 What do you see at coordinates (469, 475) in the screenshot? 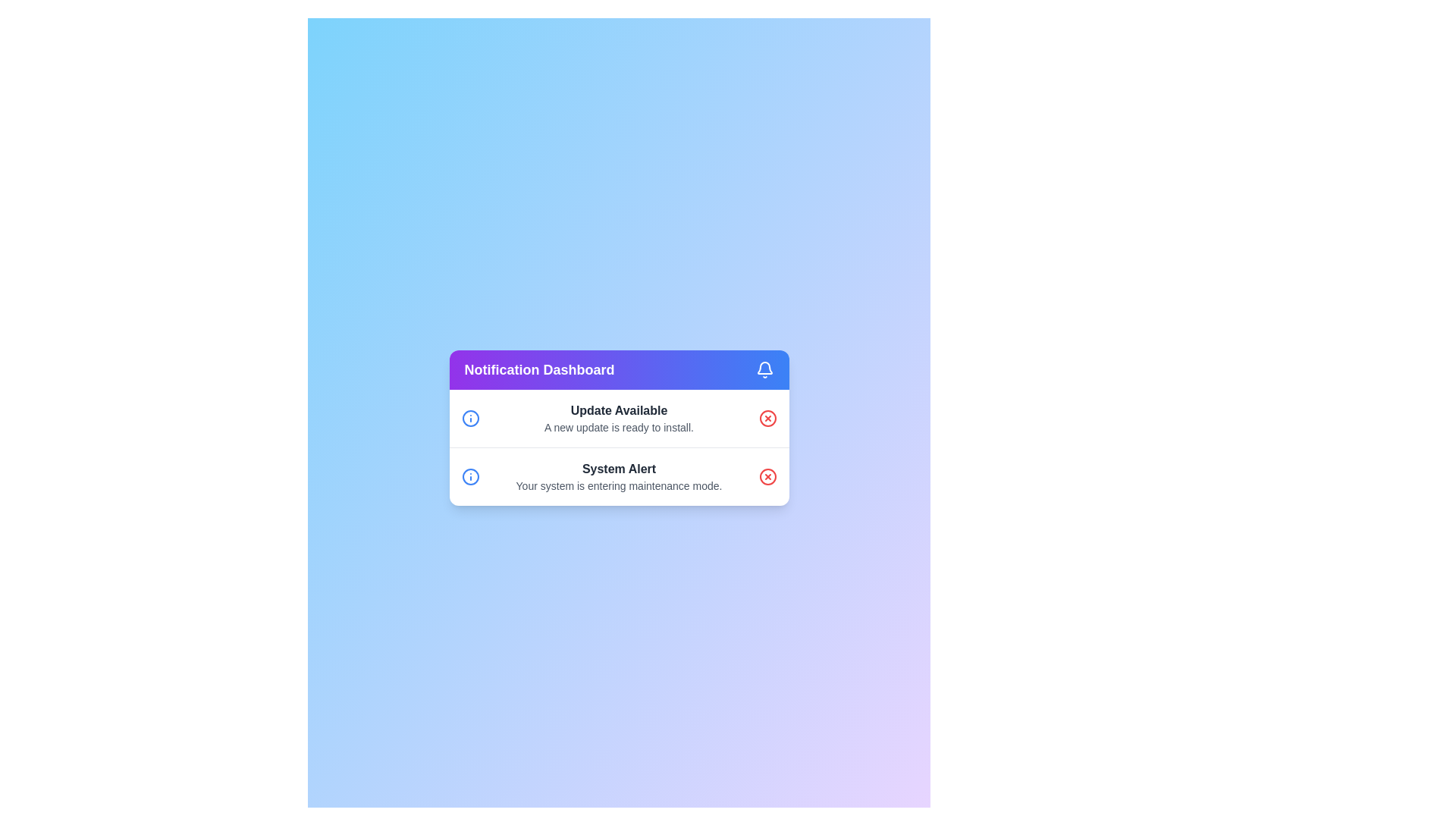
I see `the alert icon located in the bottom notification section that indicates 'System Alert: Your system is entering maintenance mode.'` at bounding box center [469, 475].